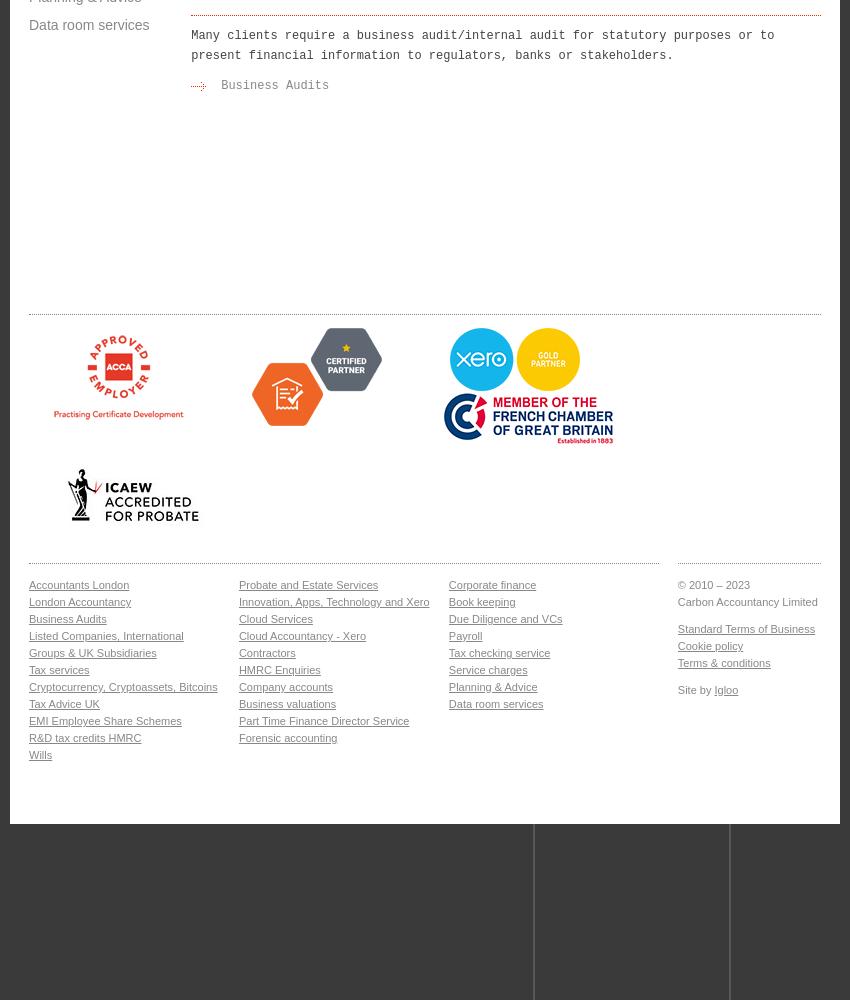  I want to click on 'Payroll', so click(464, 636).